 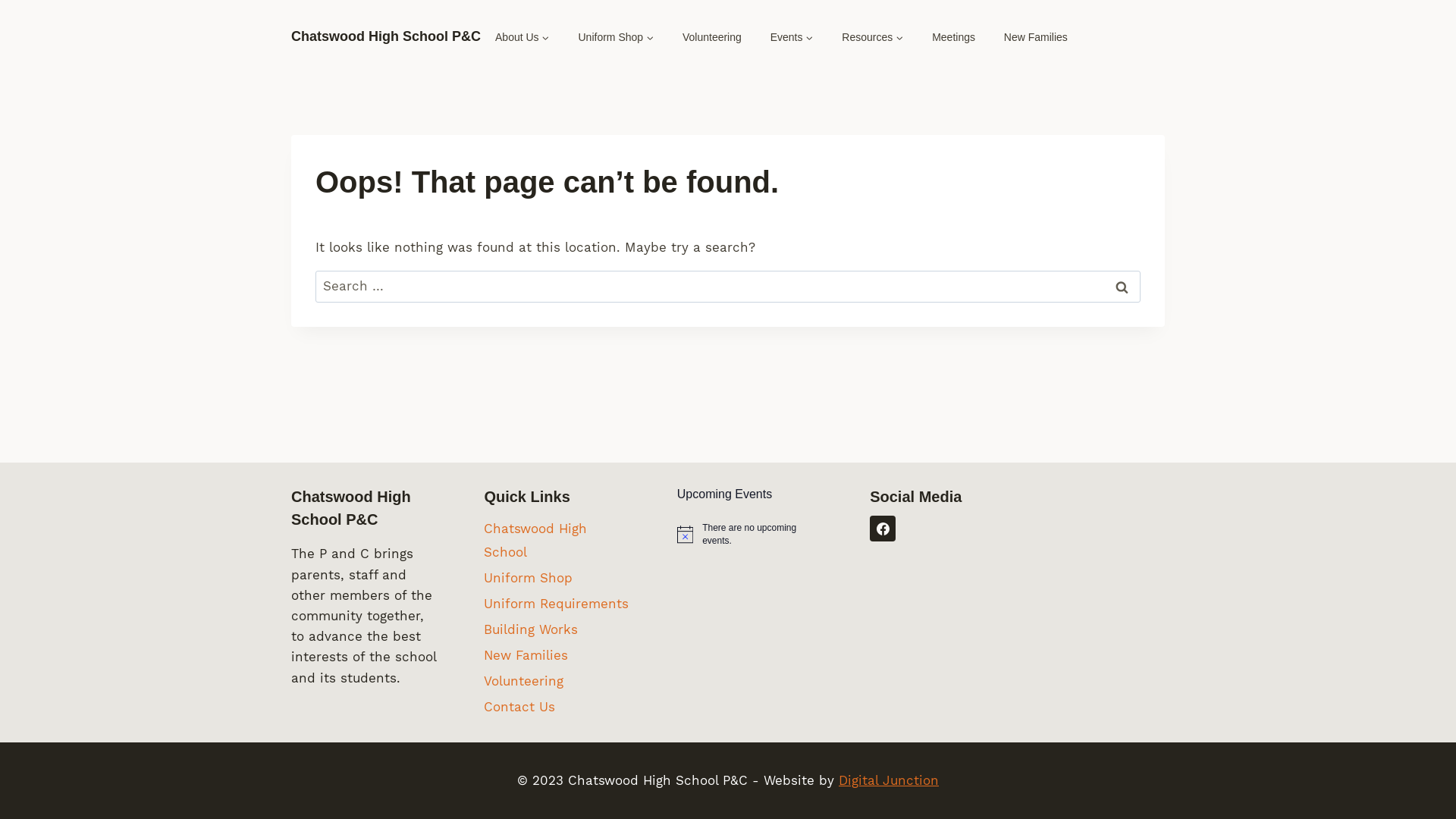 What do you see at coordinates (483, 680) in the screenshot?
I see `'Volunteering'` at bounding box center [483, 680].